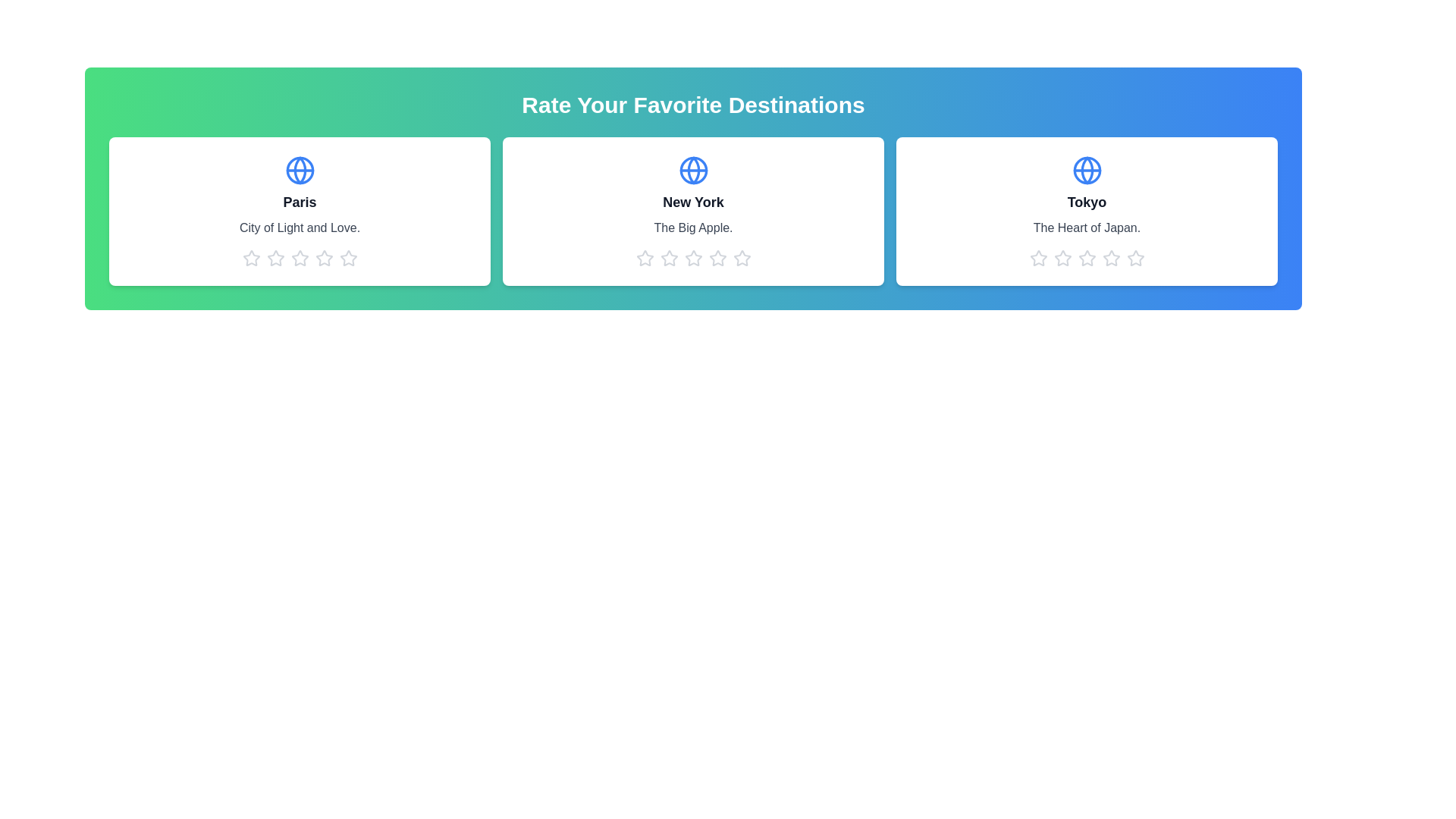 This screenshot has height=819, width=1456. What do you see at coordinates (300, 170) in the screenshot?
I see `the globe icon to observe its details` at bounding box center [300, 170].